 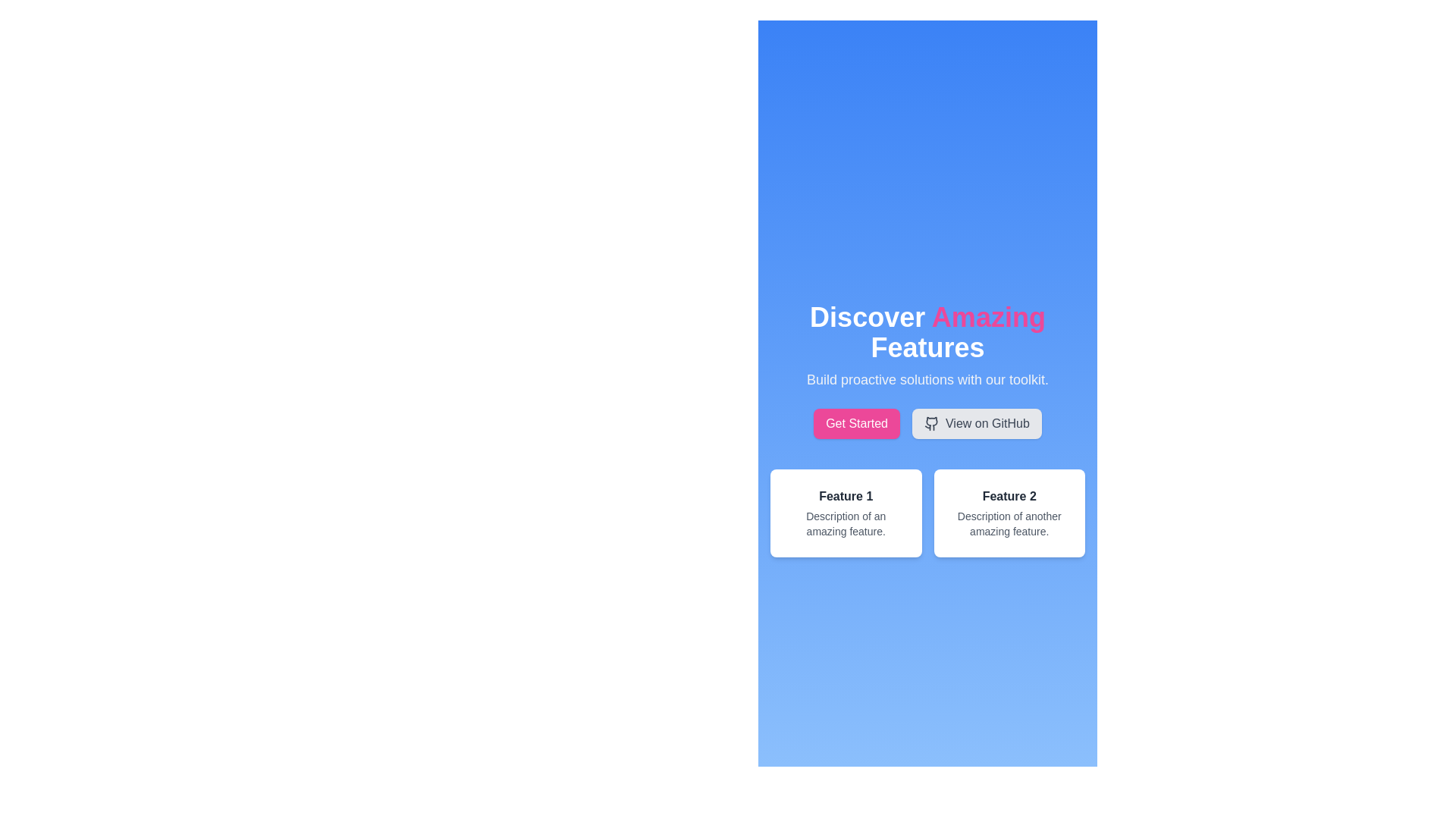 What do you see at coordinates (1009, 522) in the screenshot?
I see `the descriptive text for 'Feature 2' located beneath the heading text in the card highlighting this feature` at bounding box center [1009, 522].